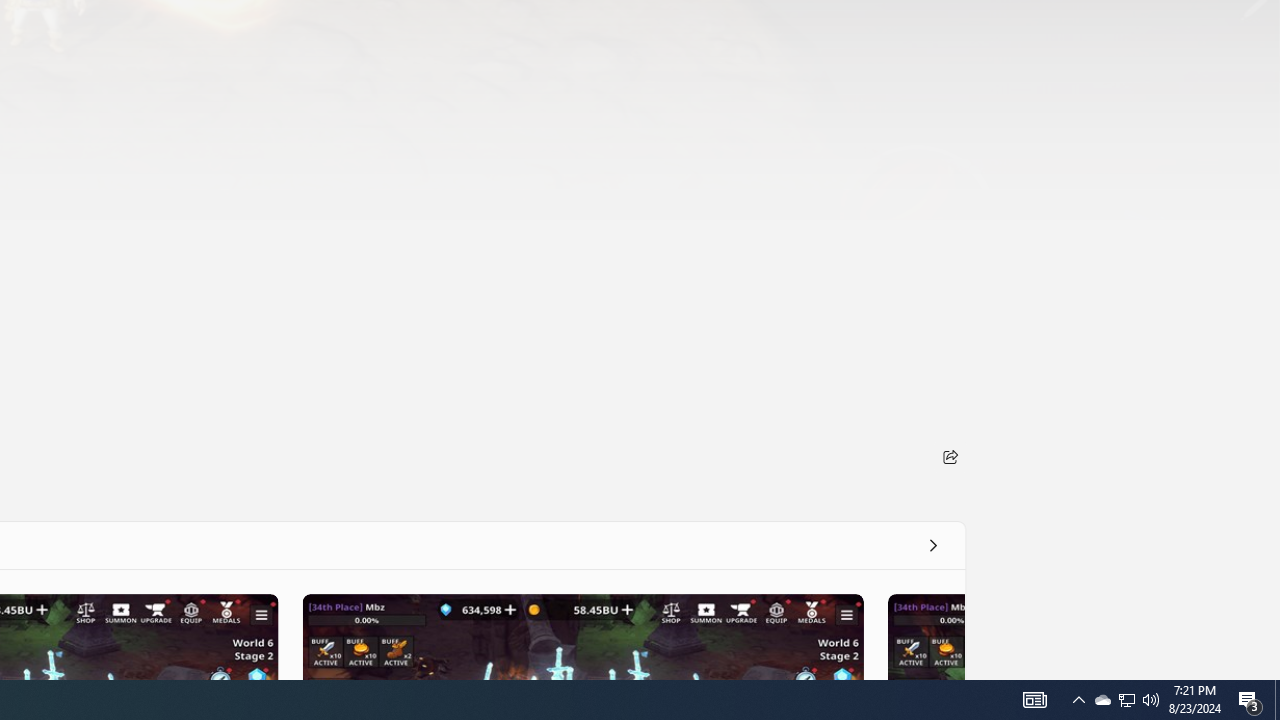  I want to click on 'Share', so click(949, 456).